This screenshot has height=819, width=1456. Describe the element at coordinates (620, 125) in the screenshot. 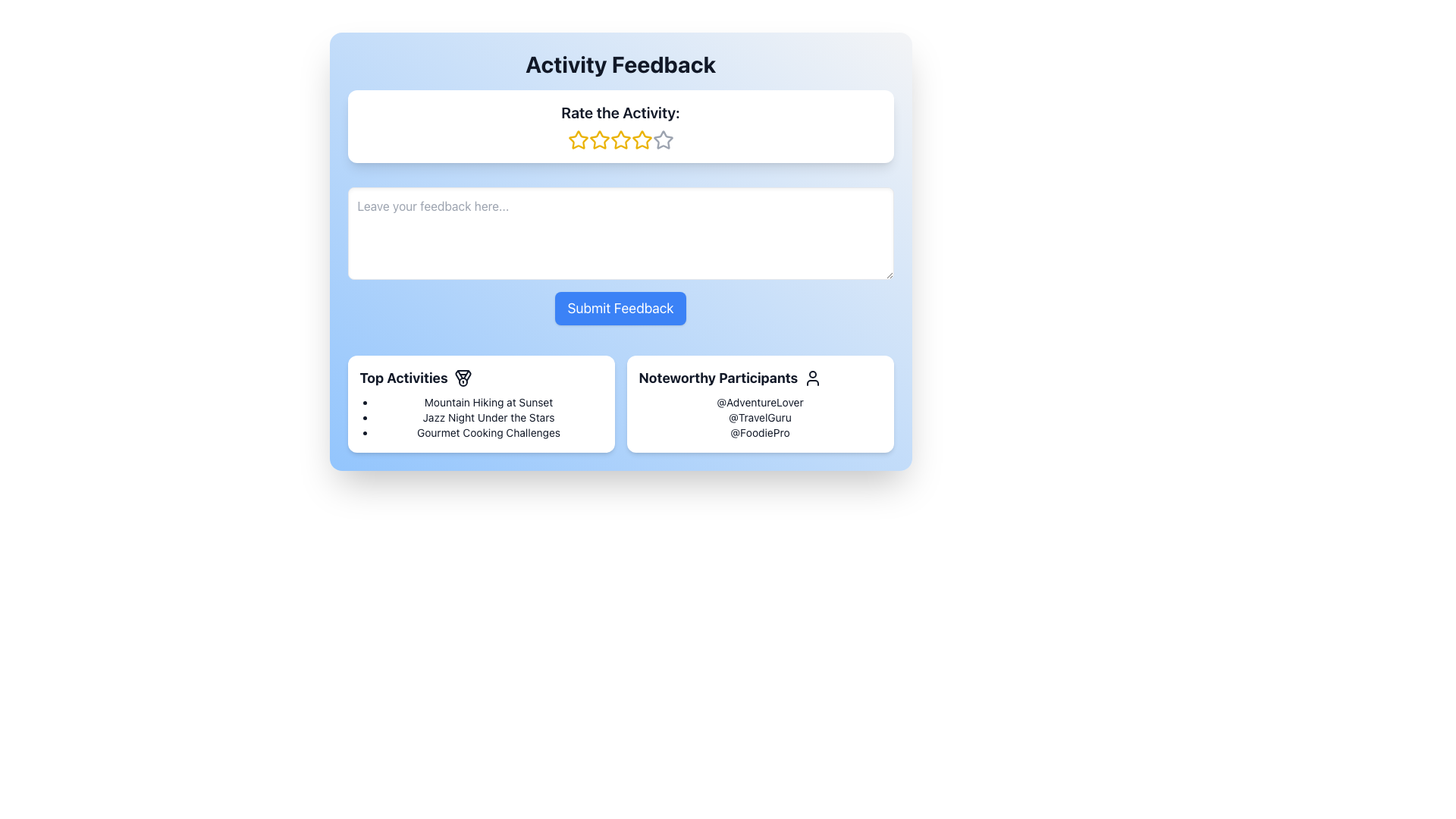

I see `the stars in the Rating interface located below the 'Activity Feedback' header` at that location.